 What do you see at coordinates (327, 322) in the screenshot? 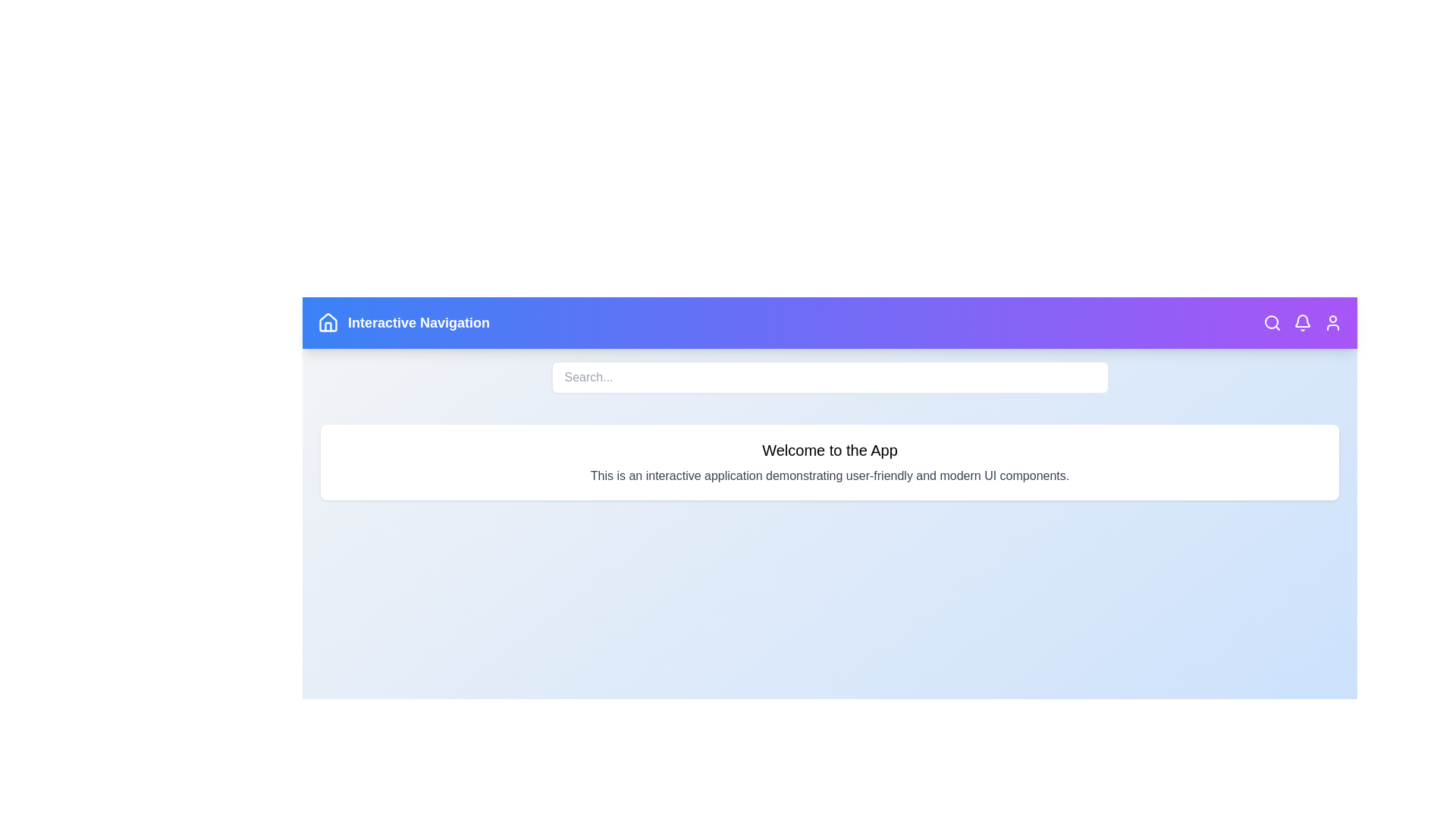
I see `the Home Icon to see the tooltip or visual feedback` at bounding box center [327, 322].